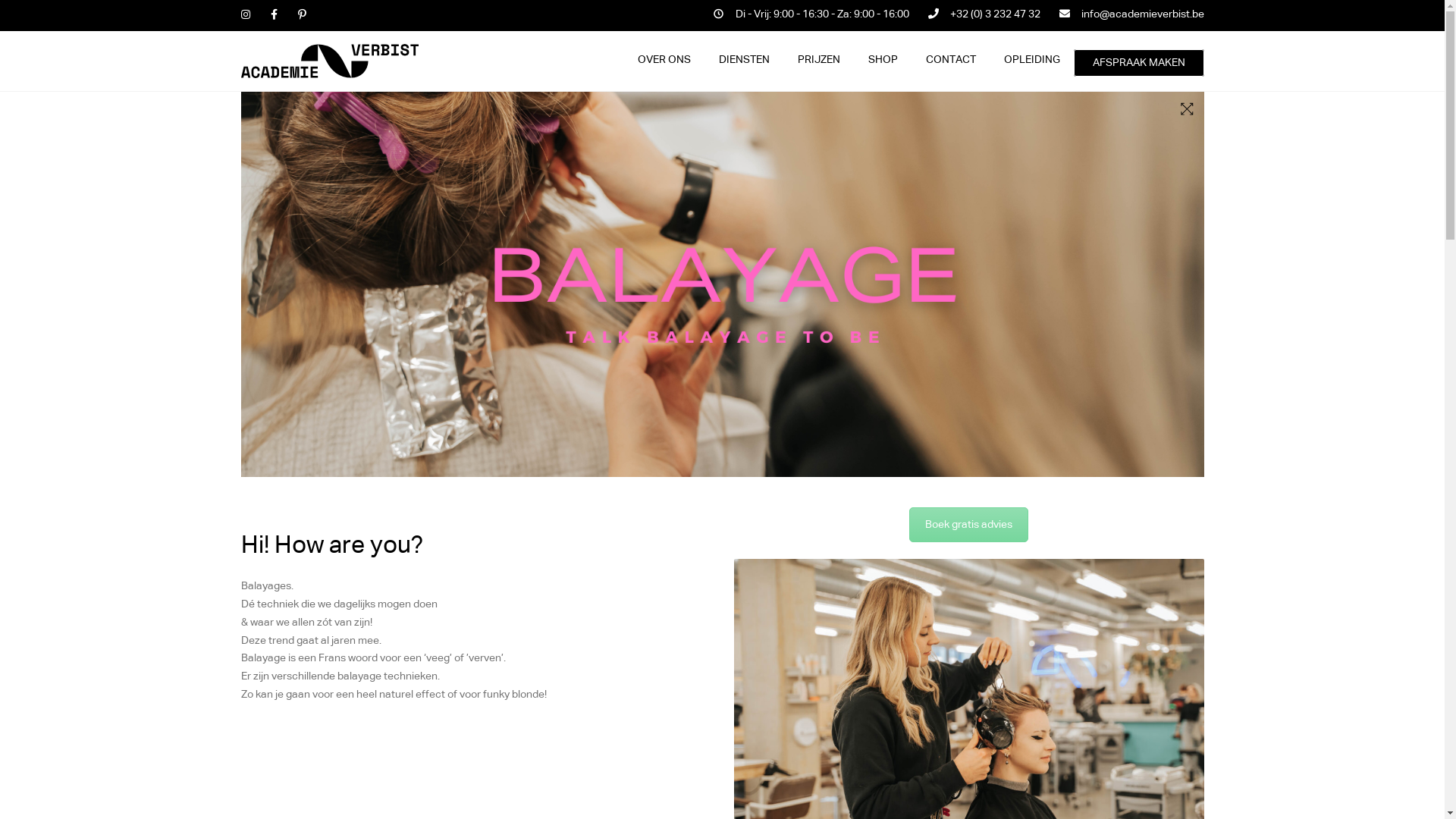 This screenshot has width=1456, height=819. What do you see at coordinates (744, 60) in the screenshot?
I see `'DIENSTEN'` at bounding box center [744, 60].